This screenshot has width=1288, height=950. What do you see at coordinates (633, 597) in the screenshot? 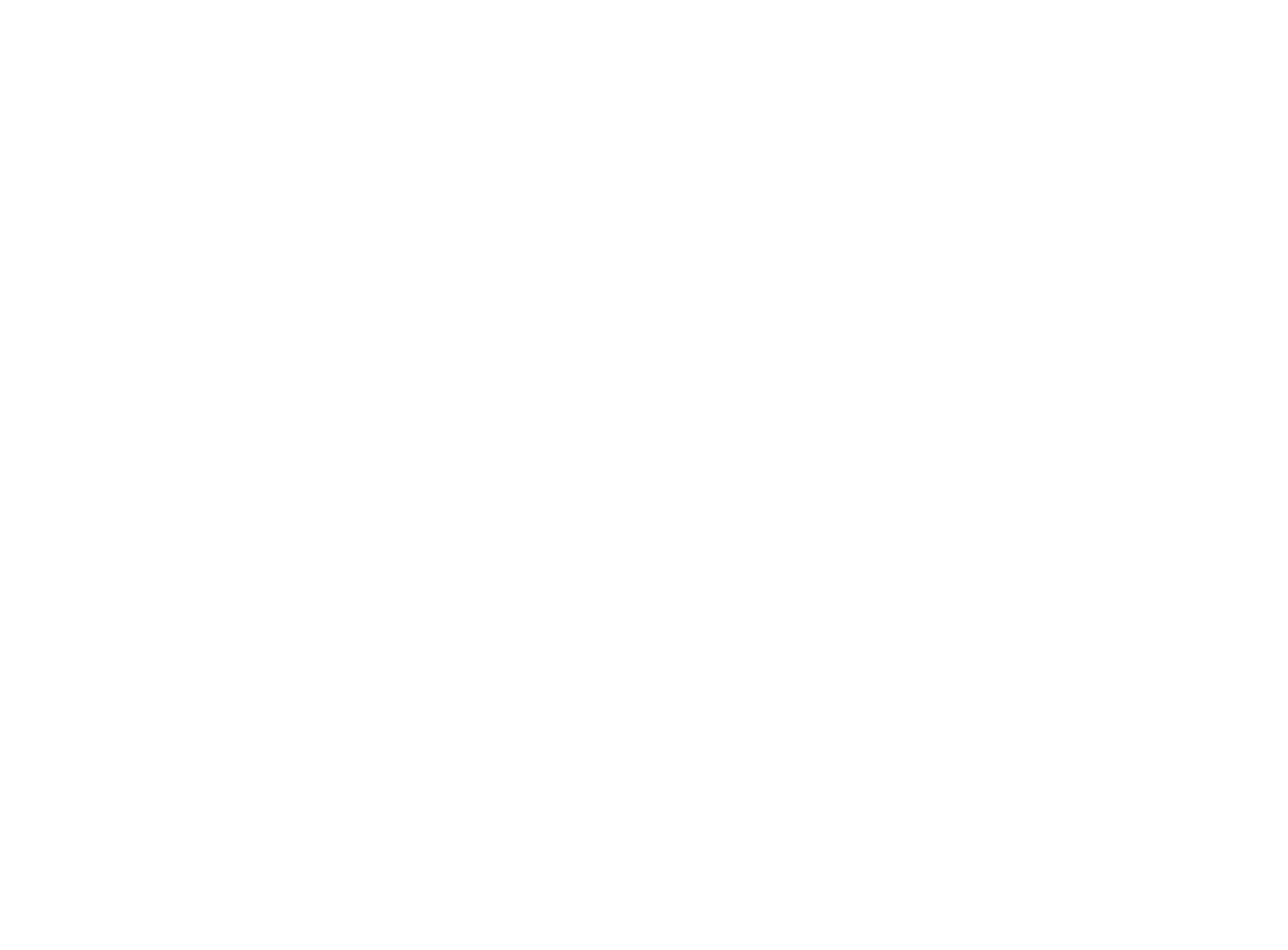
I see `'As part of the Sunday morning worship service, Duke will broadcast the sermon live on'` at bounding box center [633, 597].